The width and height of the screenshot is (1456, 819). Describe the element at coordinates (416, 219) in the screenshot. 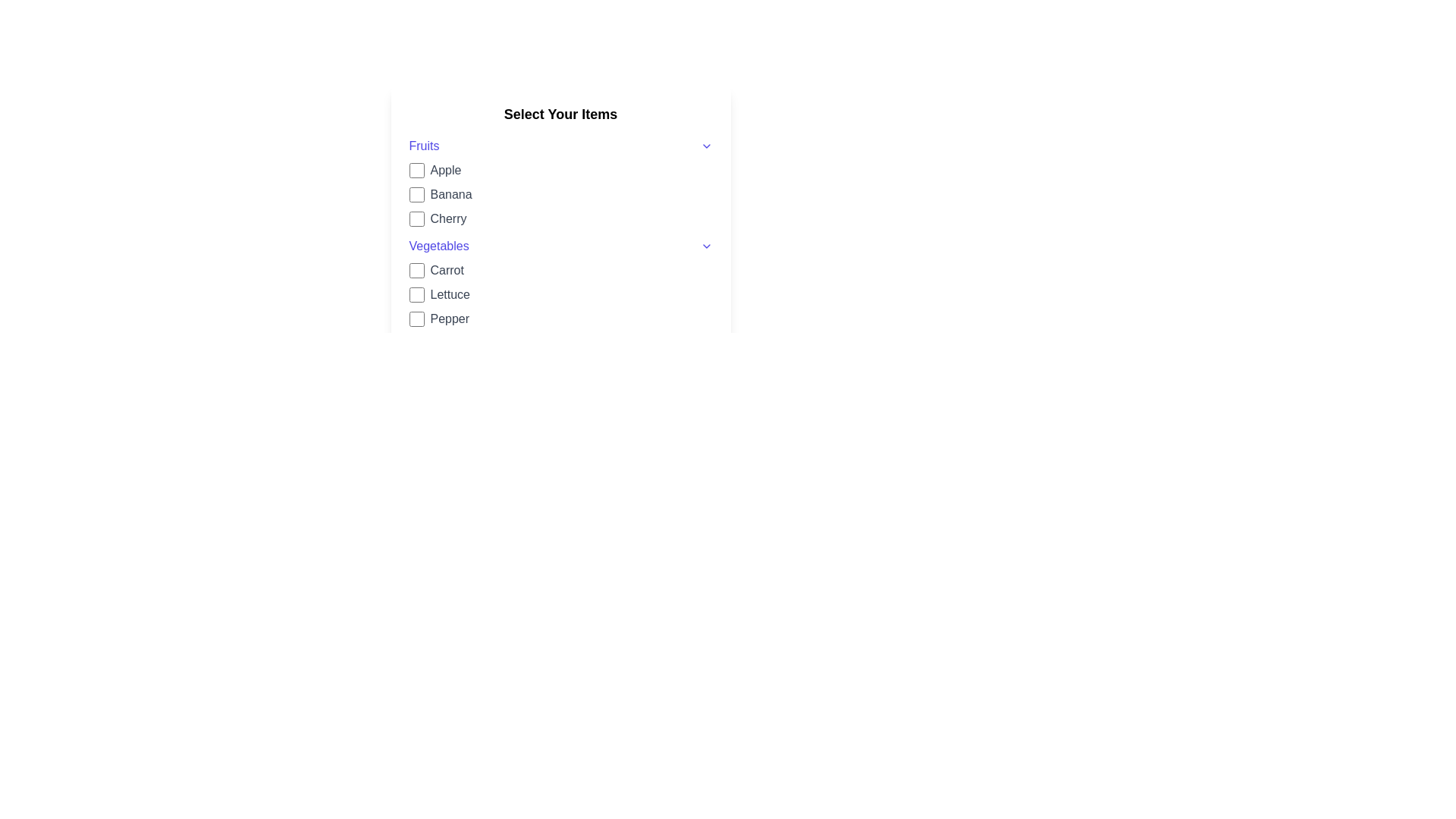

I see `the checkbox for the option labeled 'Cherry'` at that location.